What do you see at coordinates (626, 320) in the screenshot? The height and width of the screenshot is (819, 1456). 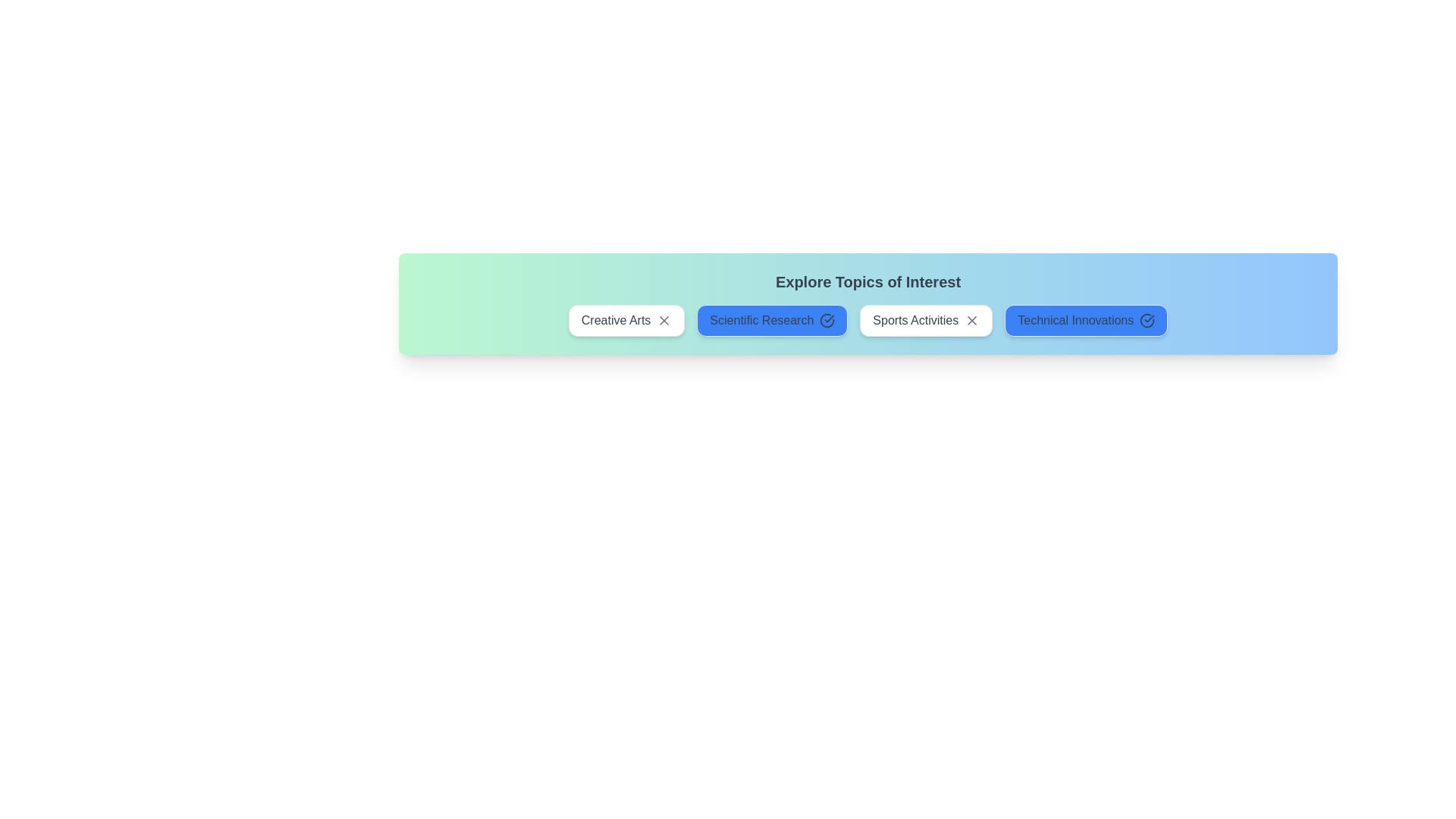 I see `the chip labeled Creative Arts` at bounding box center [626, 320].